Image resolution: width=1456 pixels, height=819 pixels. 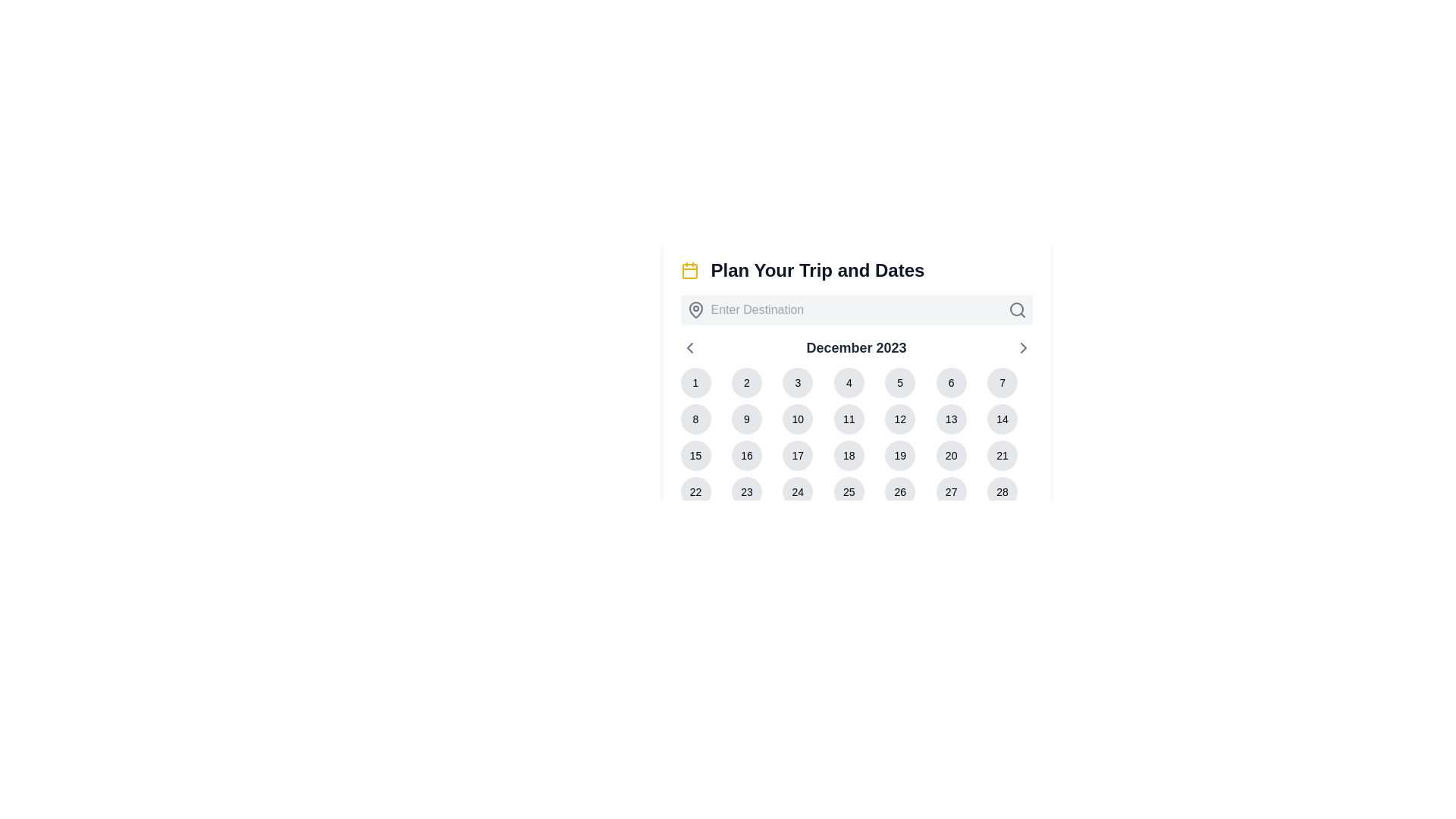 I want to click on the circular button with a light gray background and the number '17' in black text located in the calendar grid under the 'December 2023' heading, positioned in the third row and third column, so click(x=797, y=455).